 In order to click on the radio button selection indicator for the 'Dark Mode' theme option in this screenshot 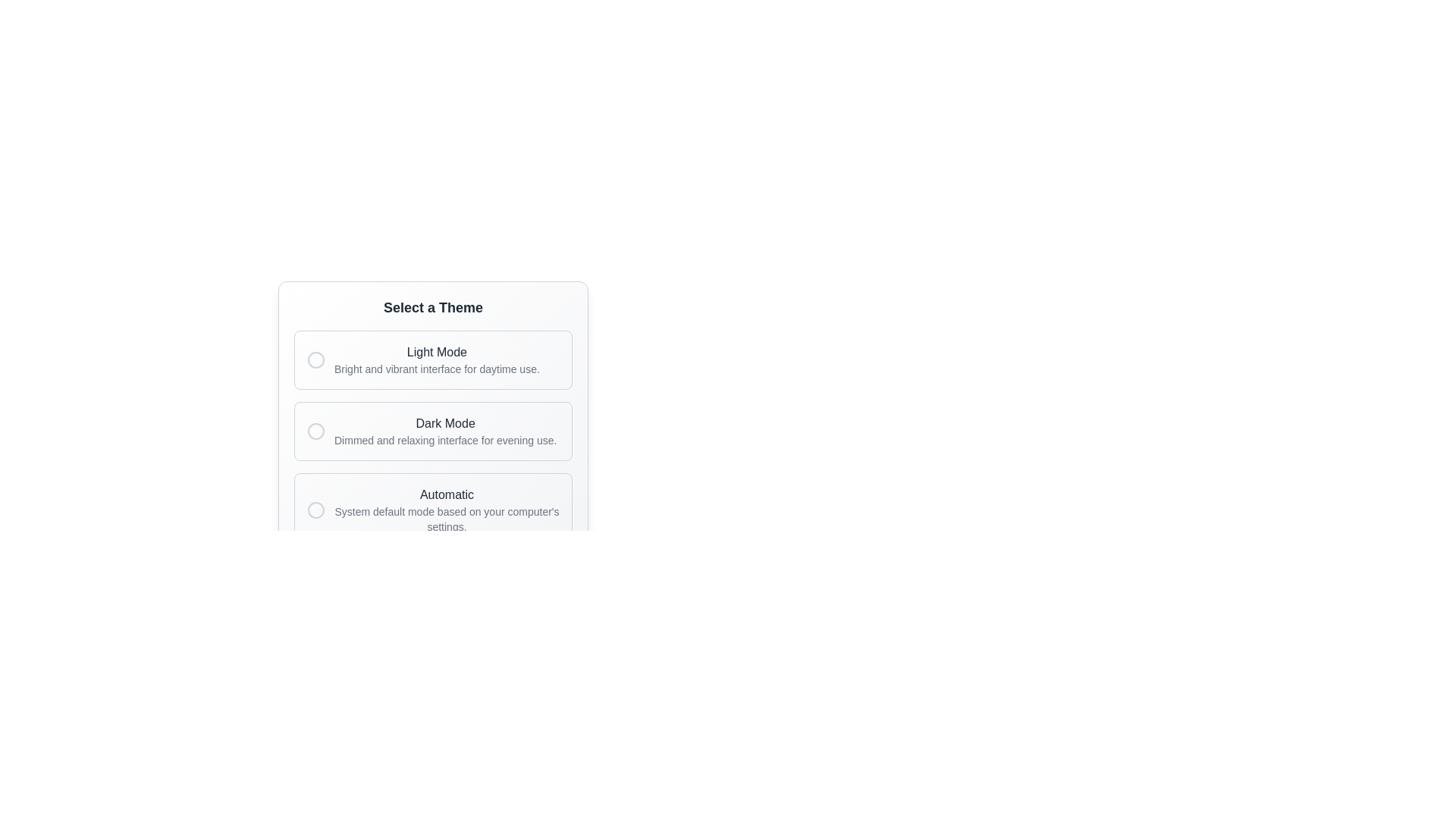, I will do `click(315, 431)`.